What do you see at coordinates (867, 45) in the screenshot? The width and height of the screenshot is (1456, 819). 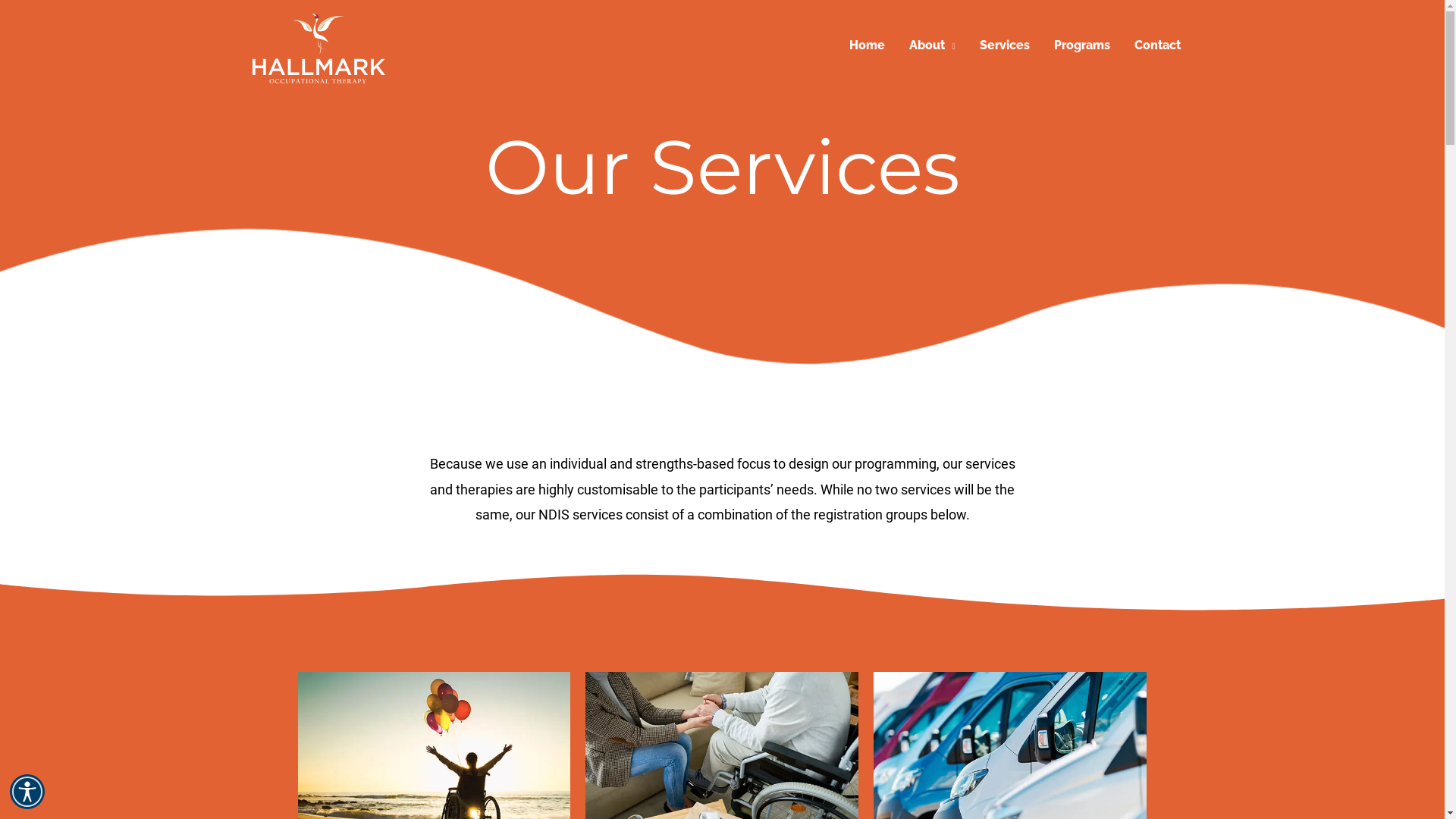 I see `'Home'` at bounding box center [867, 45].